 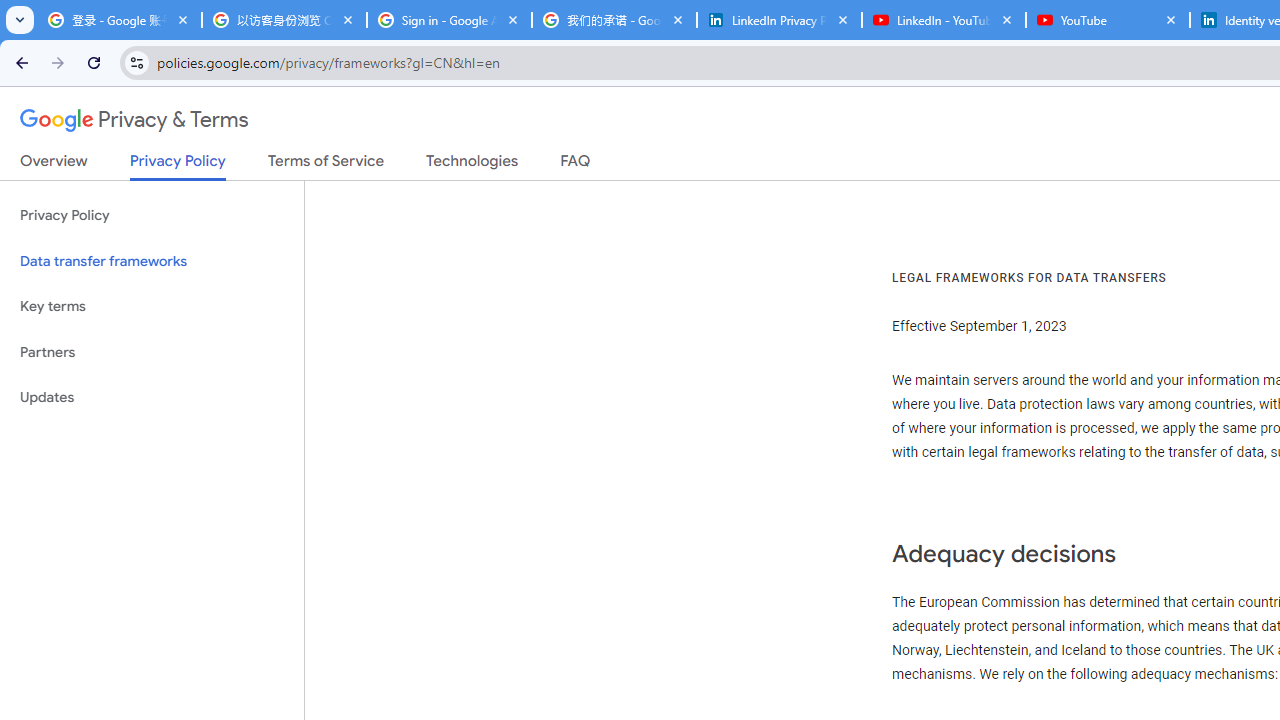 What do you see at coordinates (326, 164) in the screenshot?
I see `'Terms of Service'` at bounding box center [326, 164].